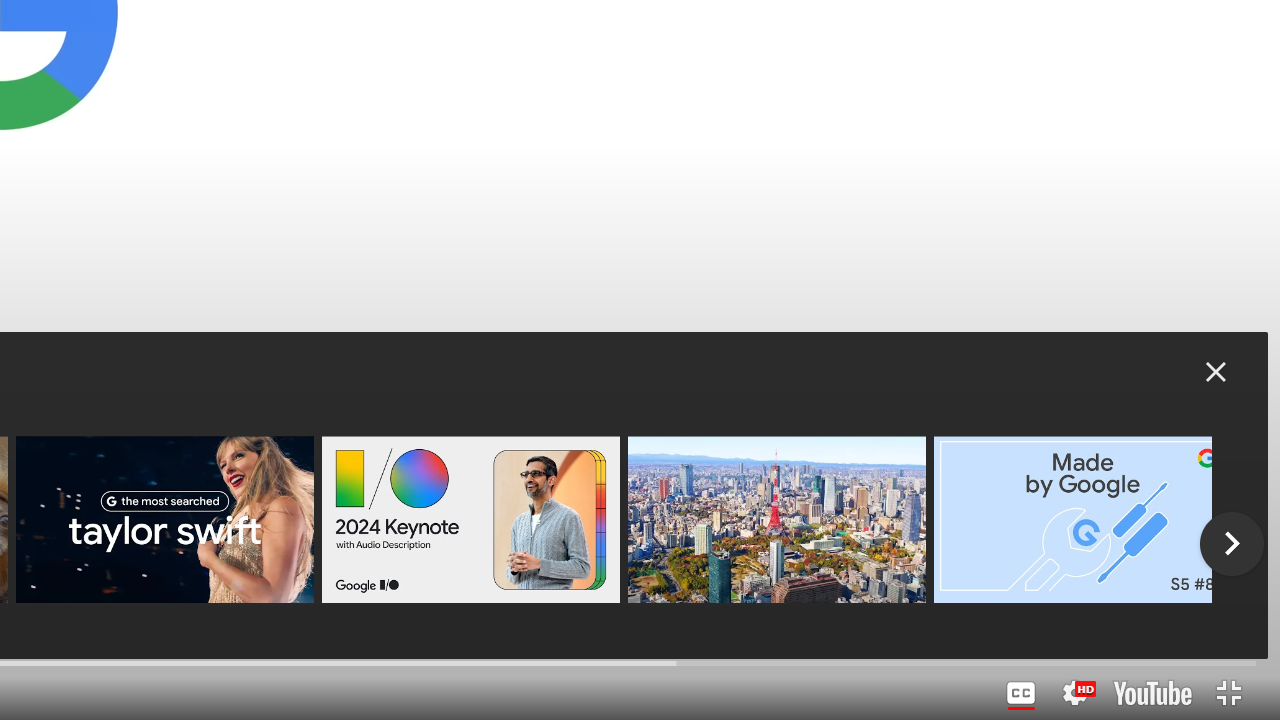  I want to click on 'Hide more videos', so click(1215, 371).